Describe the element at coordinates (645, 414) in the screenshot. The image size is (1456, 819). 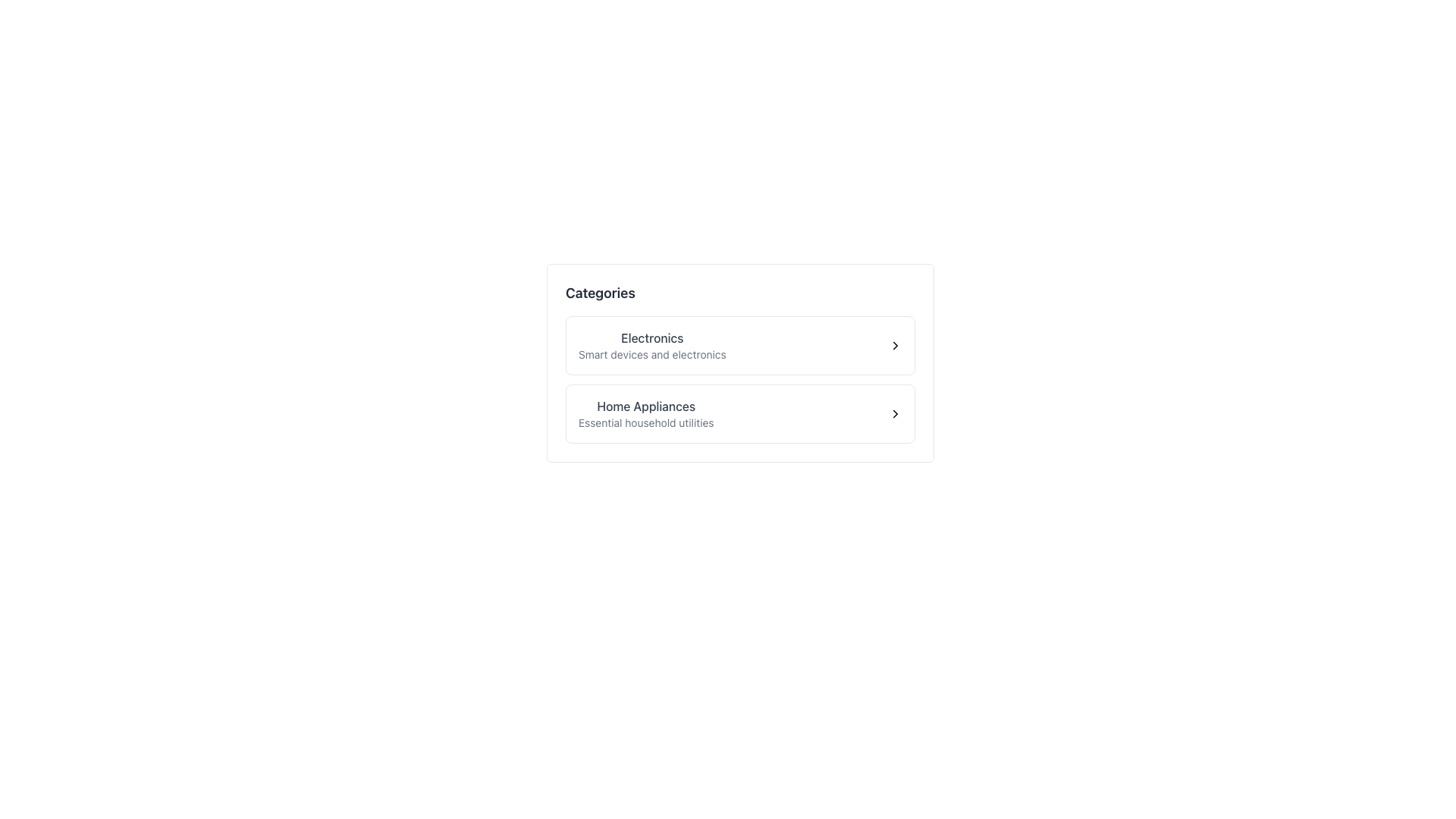
I see `the 'Home Appliances' text block` at that location.